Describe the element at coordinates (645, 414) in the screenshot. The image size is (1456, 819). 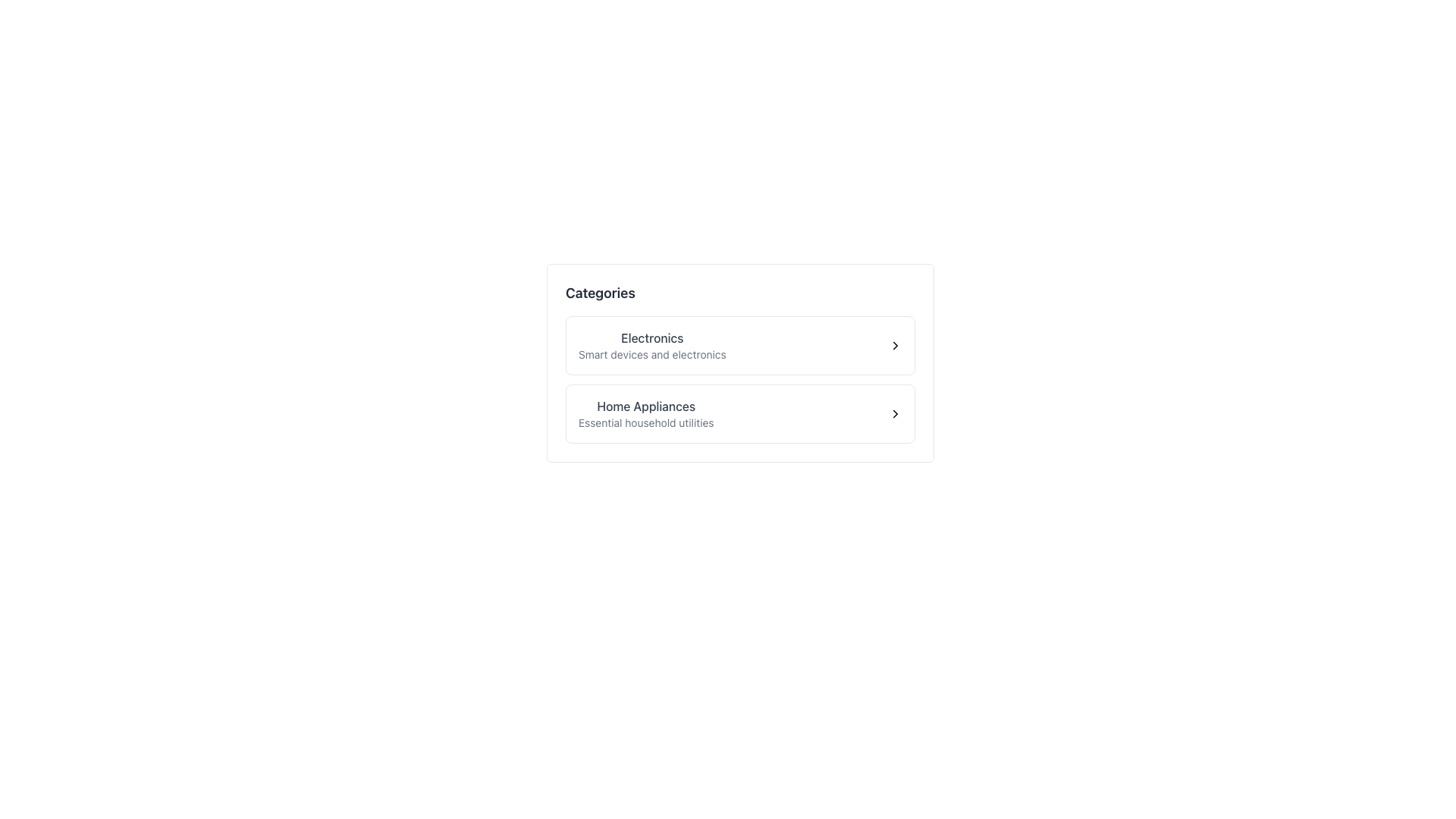
I see `the 'Home Appliances' text block` at that location.